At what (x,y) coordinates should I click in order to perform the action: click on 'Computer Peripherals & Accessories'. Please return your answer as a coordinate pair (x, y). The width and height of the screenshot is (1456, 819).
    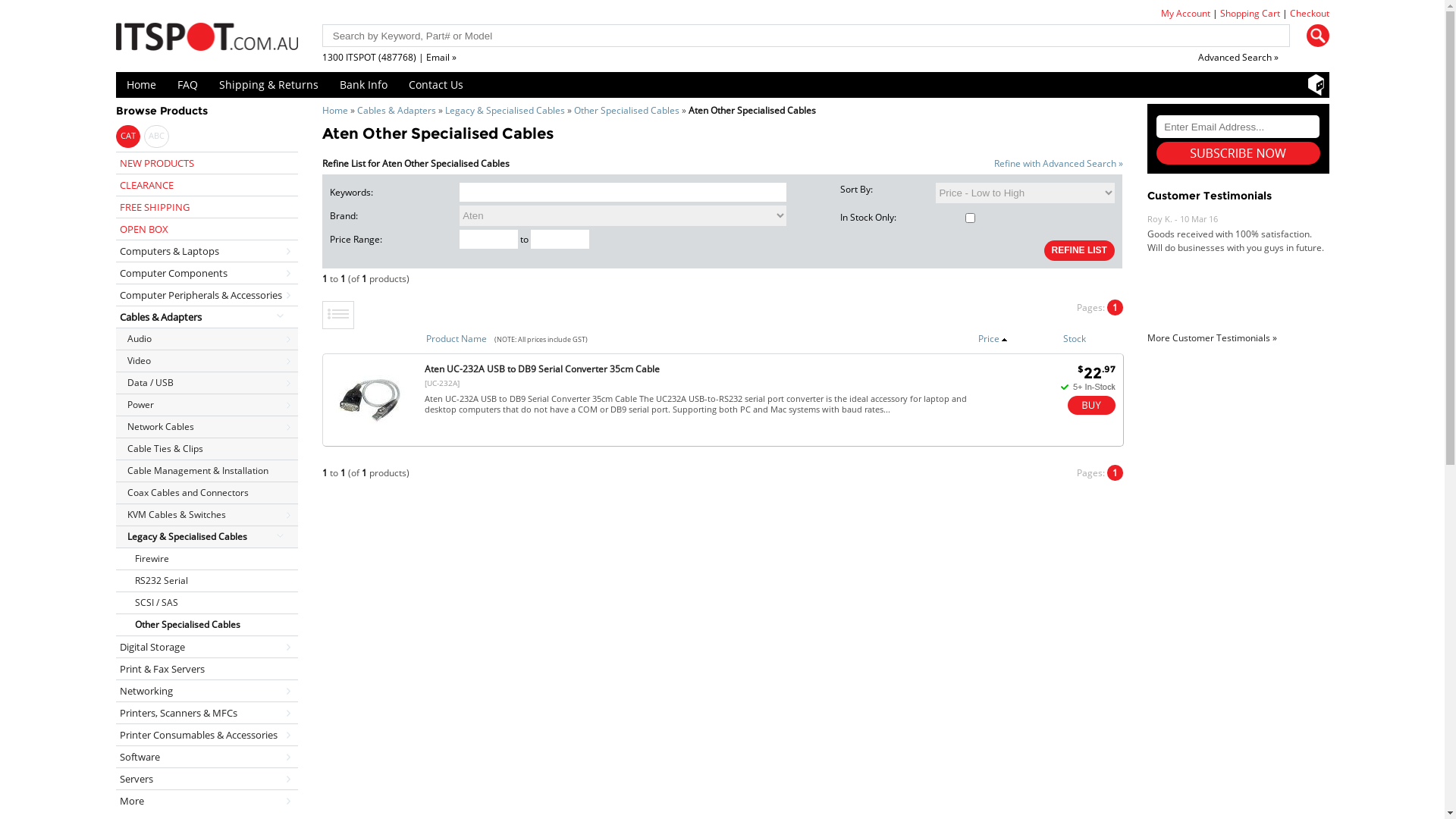
    Looking at the image, I should click on (206, 294).